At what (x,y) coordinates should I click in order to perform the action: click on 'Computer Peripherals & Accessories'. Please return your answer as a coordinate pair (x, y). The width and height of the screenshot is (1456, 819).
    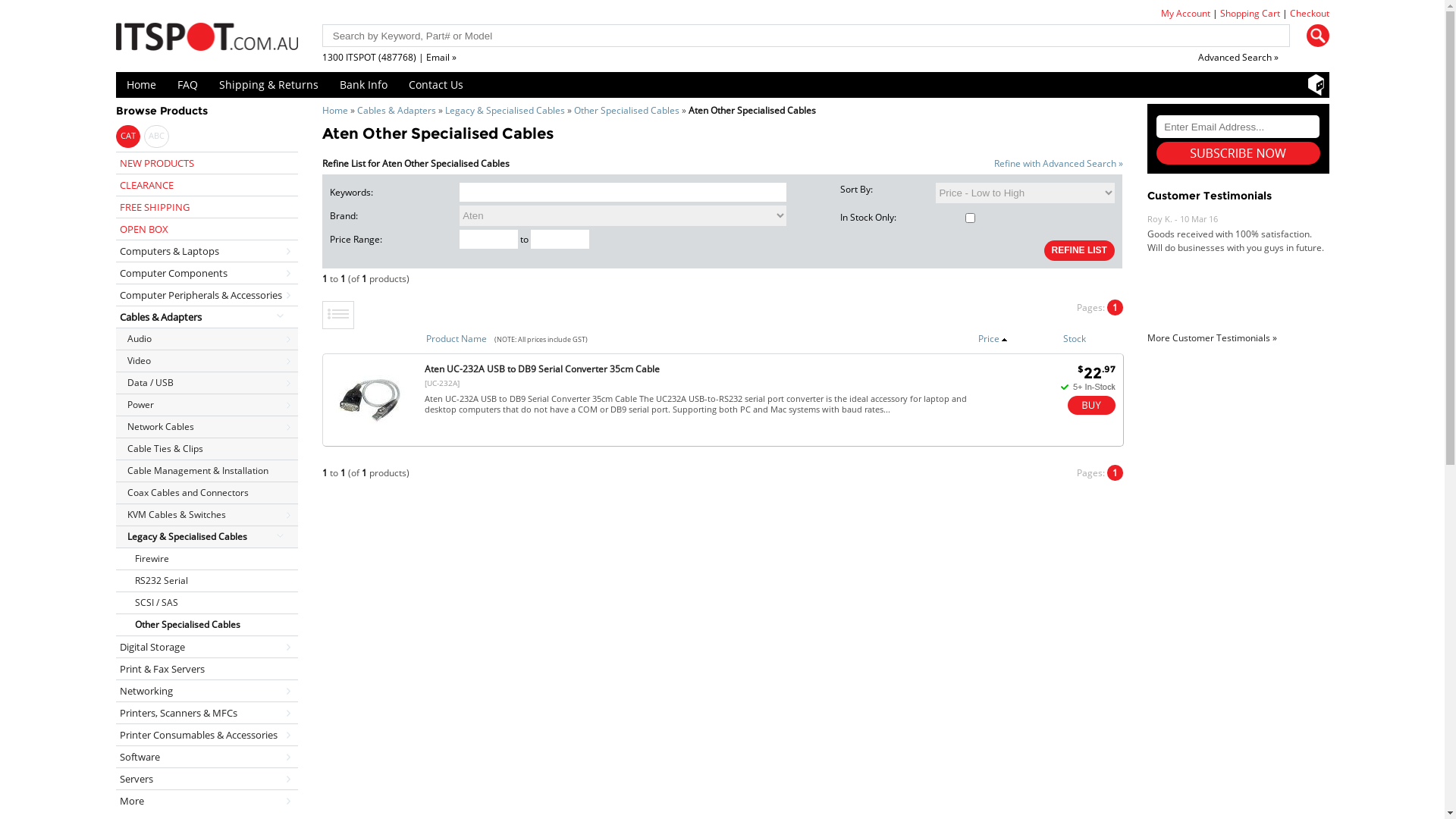
    Looking at the image, I should click on (206, 294).